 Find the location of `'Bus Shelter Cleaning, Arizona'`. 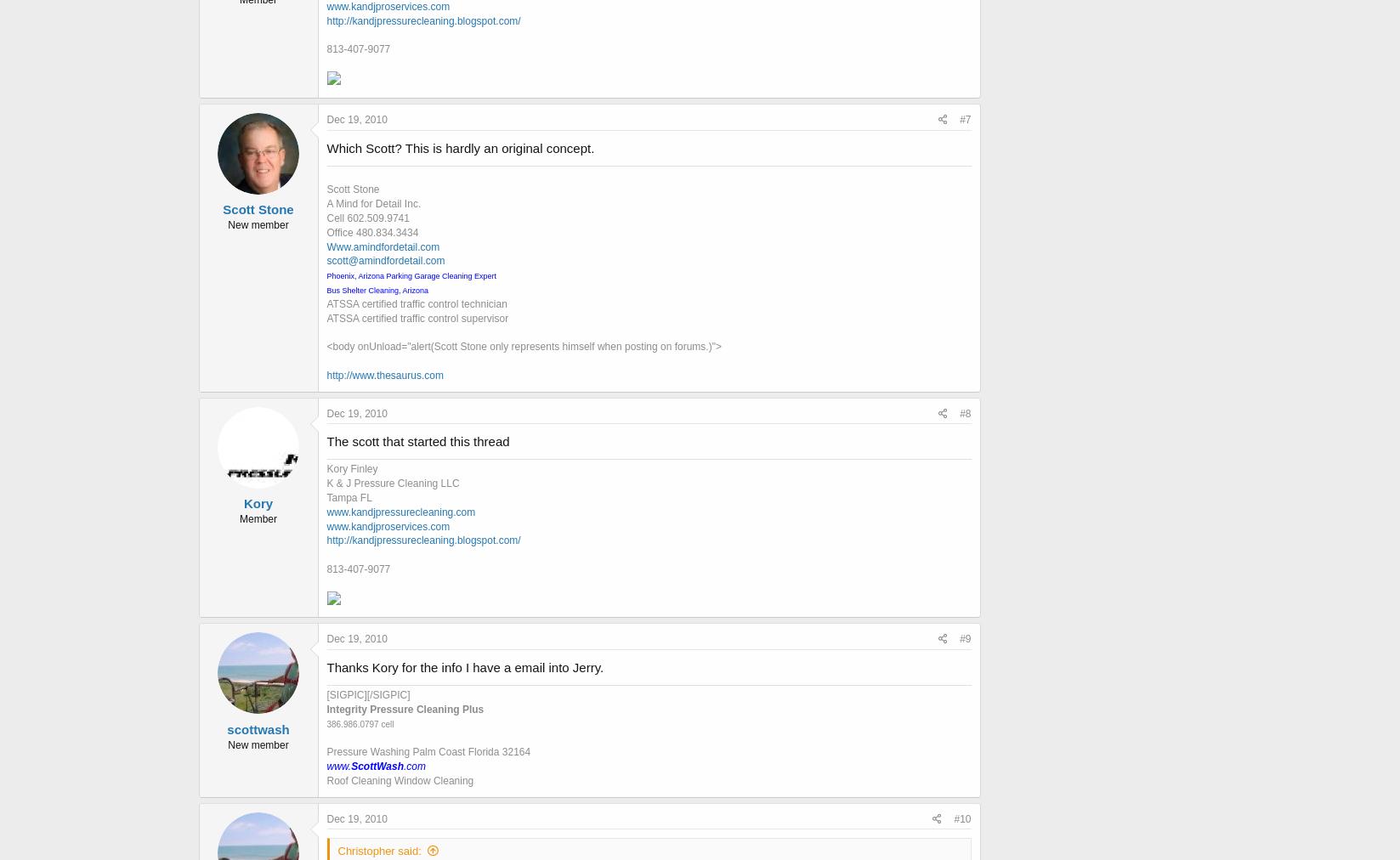

'Bus Shelter Cleaning, Arizona' is located at coordinates (377, 289).